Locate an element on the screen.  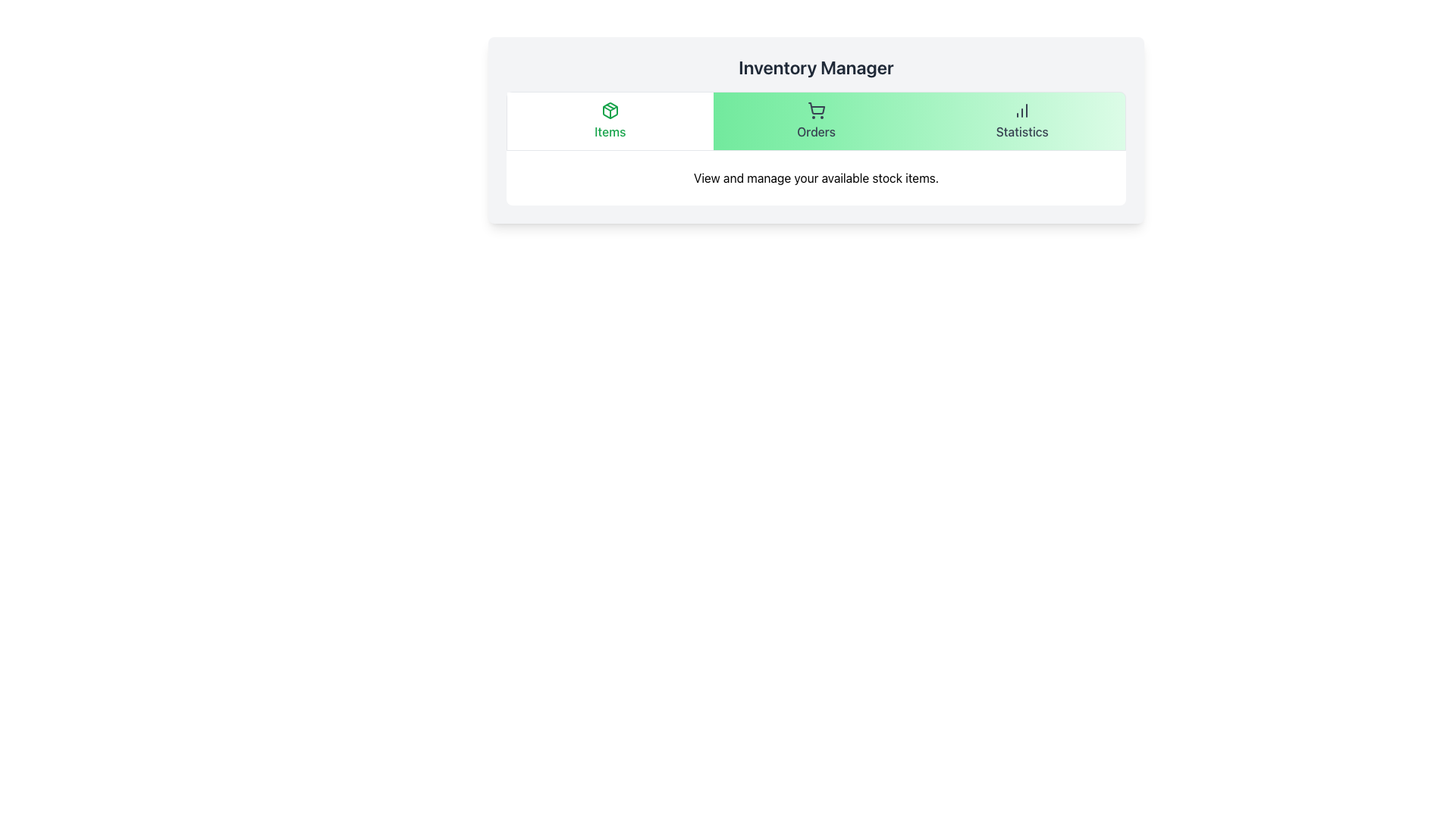
the shopping cart icon in the 'Orders' section of the menu bar is located at coordinates (815, 110).